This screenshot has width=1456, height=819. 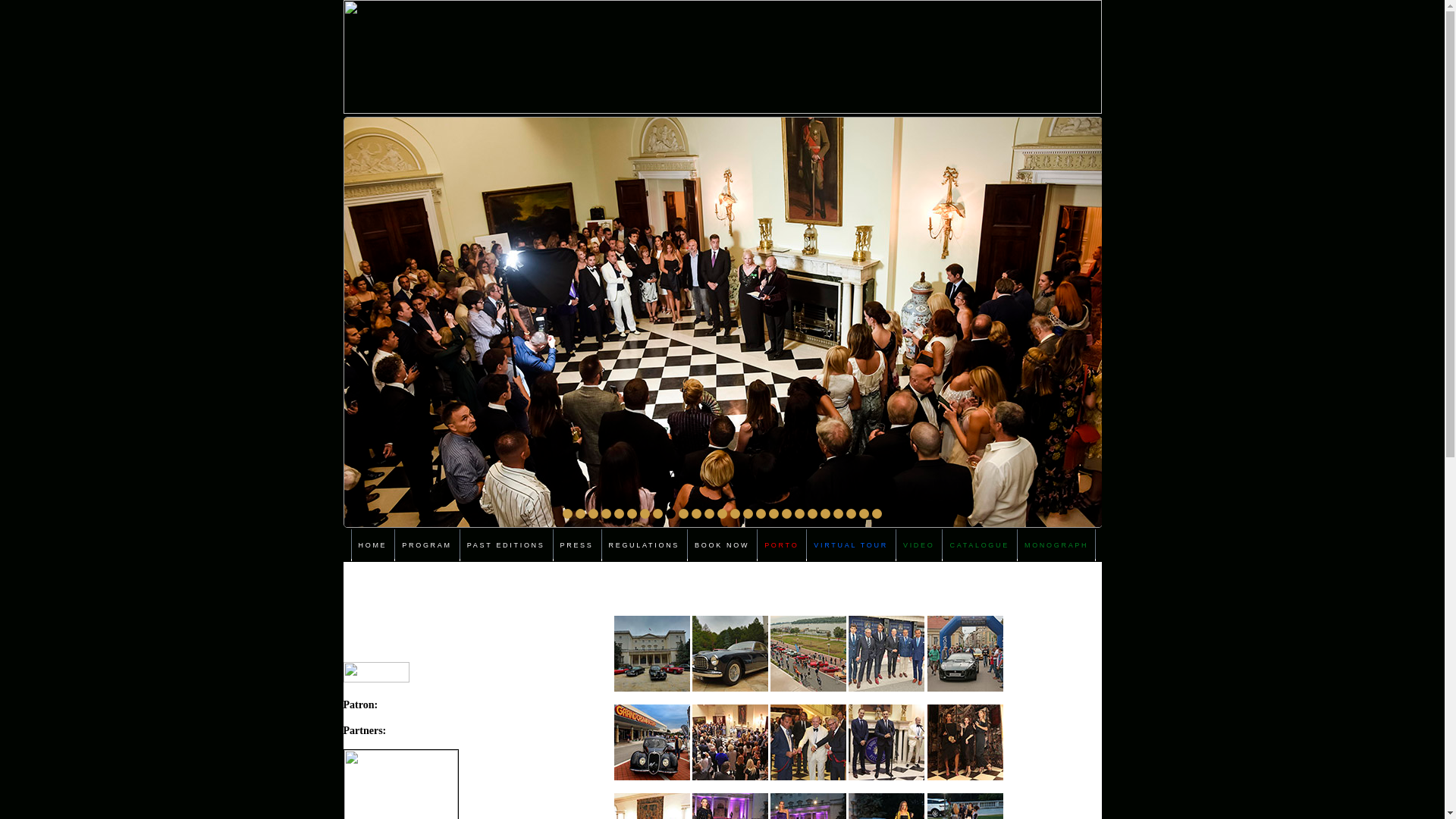 What do you see at coordinates (644, 544) in the screenshot?
I see `'REGULATIONS'` at bounding box center [644, 544].